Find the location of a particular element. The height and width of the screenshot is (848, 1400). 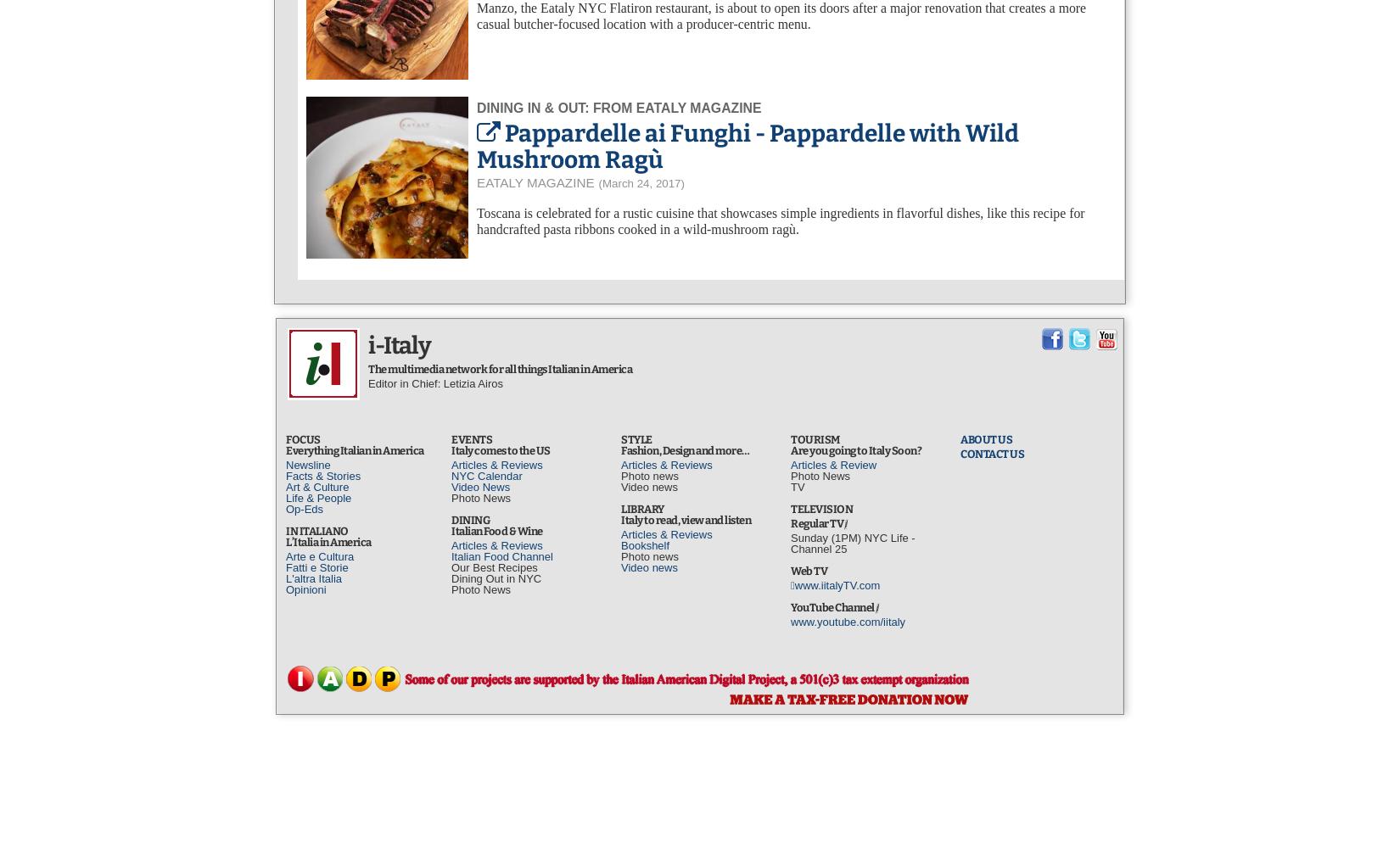

'Regular TV' is located at coordinates (819, 522).